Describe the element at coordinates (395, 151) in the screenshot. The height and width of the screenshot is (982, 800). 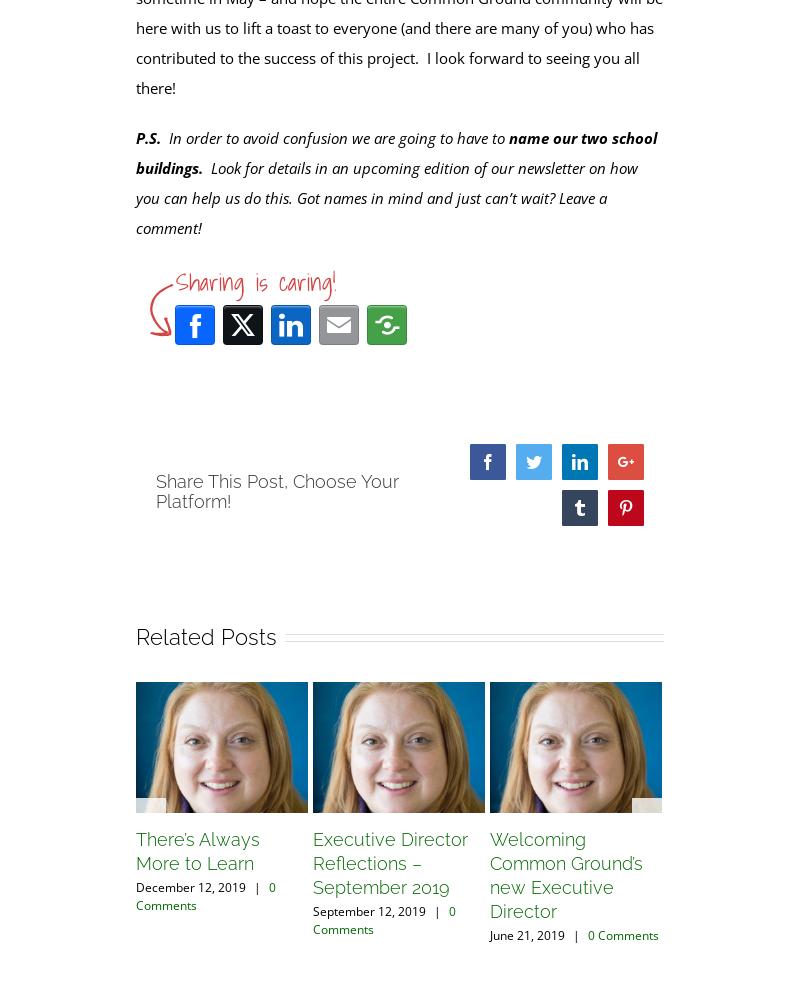
I see `'name our two school buildings.'` at that location.